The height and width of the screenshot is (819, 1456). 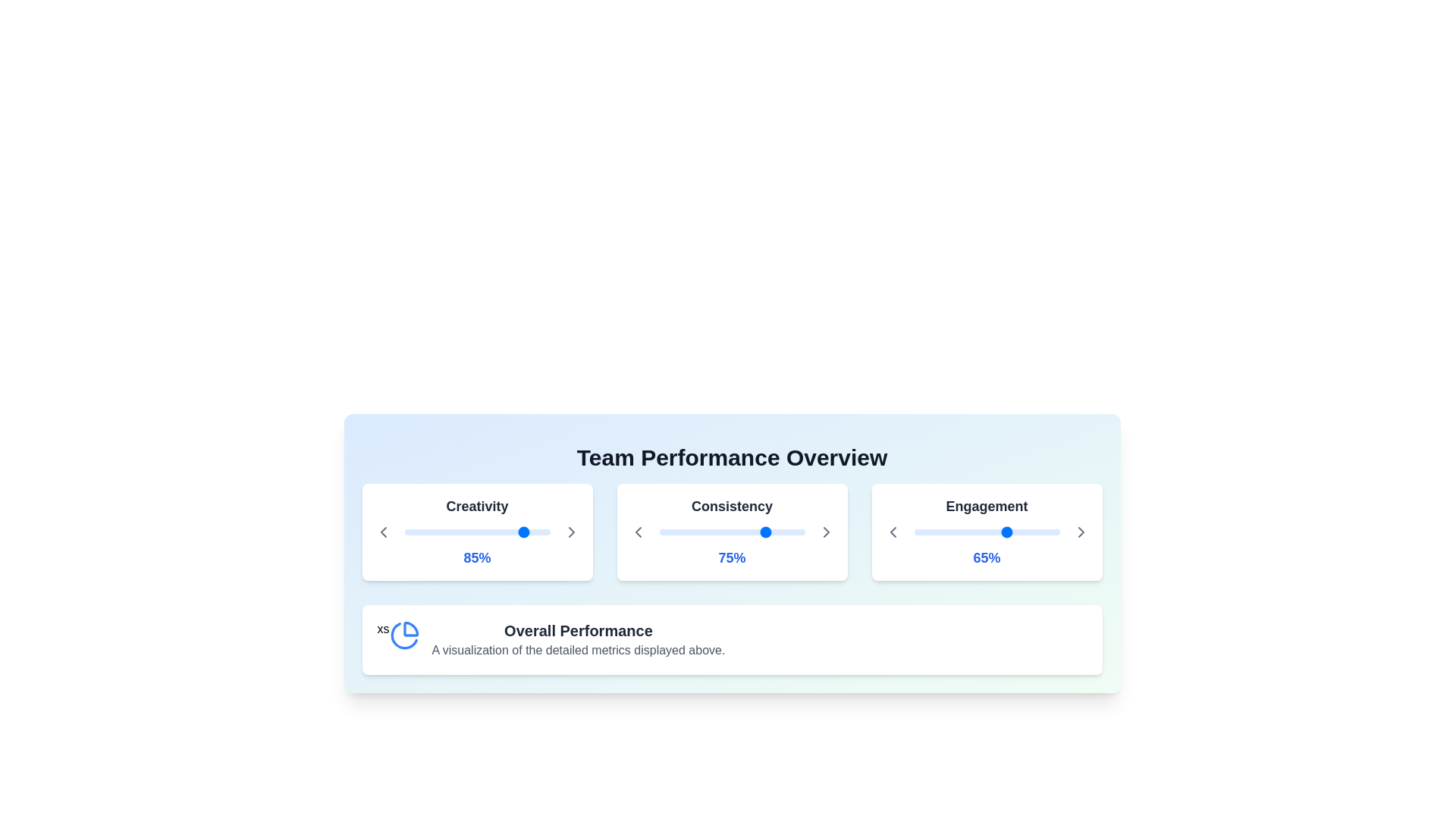 I want to click on the slider value, so click(x=451, y=532).